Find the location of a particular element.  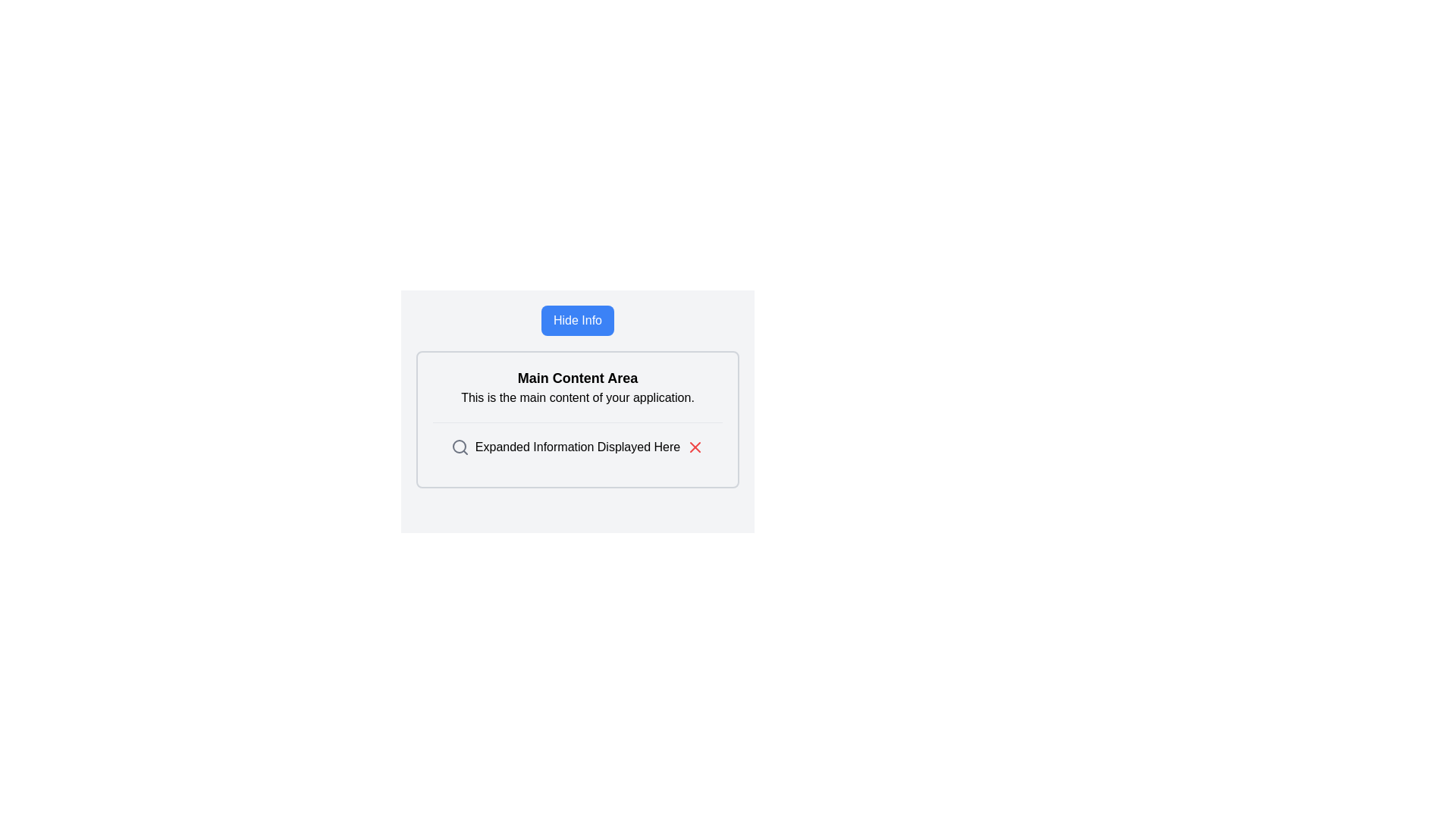

the red-colored cross icon, which is the rightmost element in the row displaying 'Expanded Information Displayed Here' is located at coordinates (695, 447).